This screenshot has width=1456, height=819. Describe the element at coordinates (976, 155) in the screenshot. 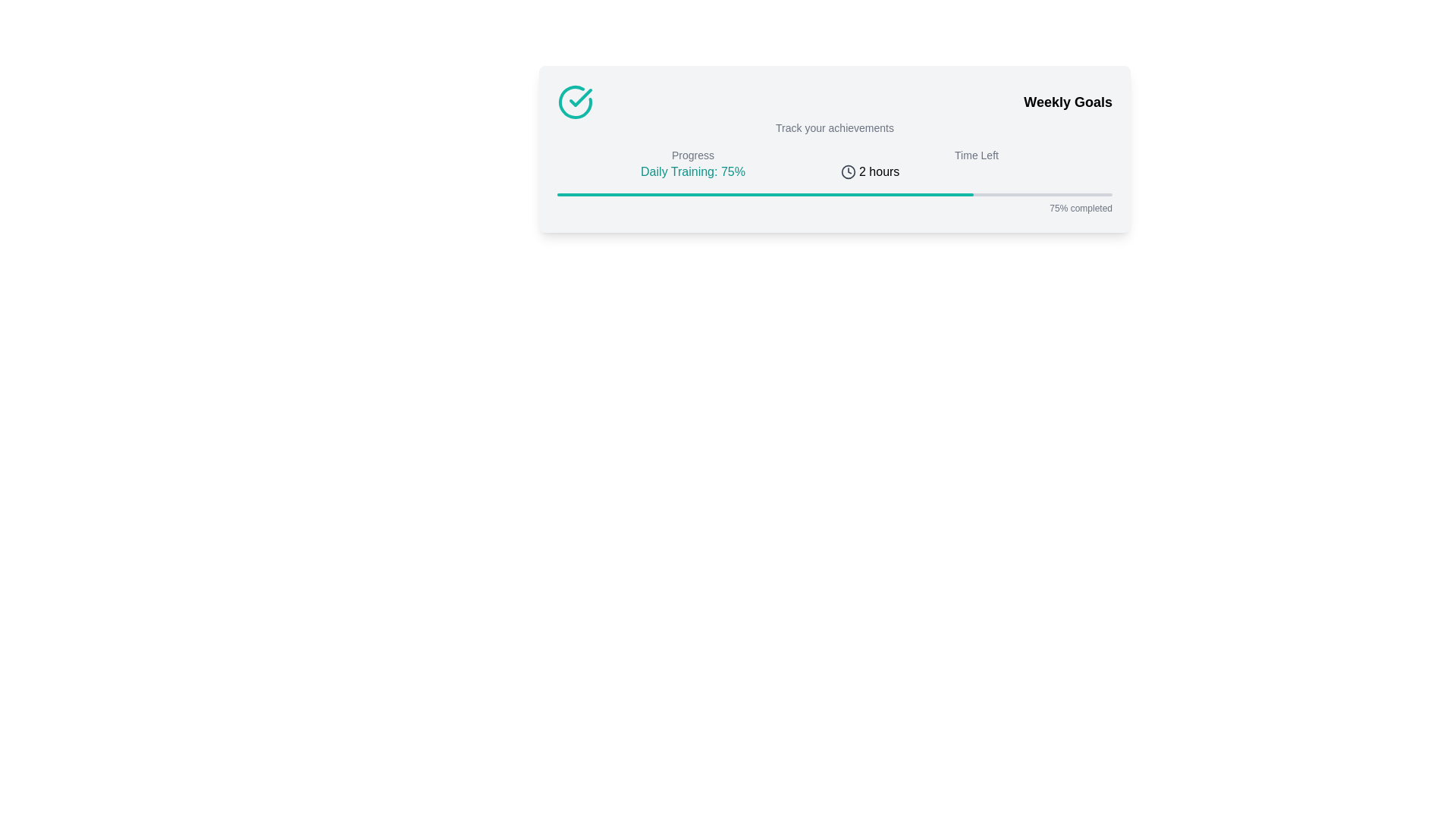

I see `the Static Text Label displaying 'Time Left', which is positioned above the '2 hours' text in the weekly goals progress section` at that location.